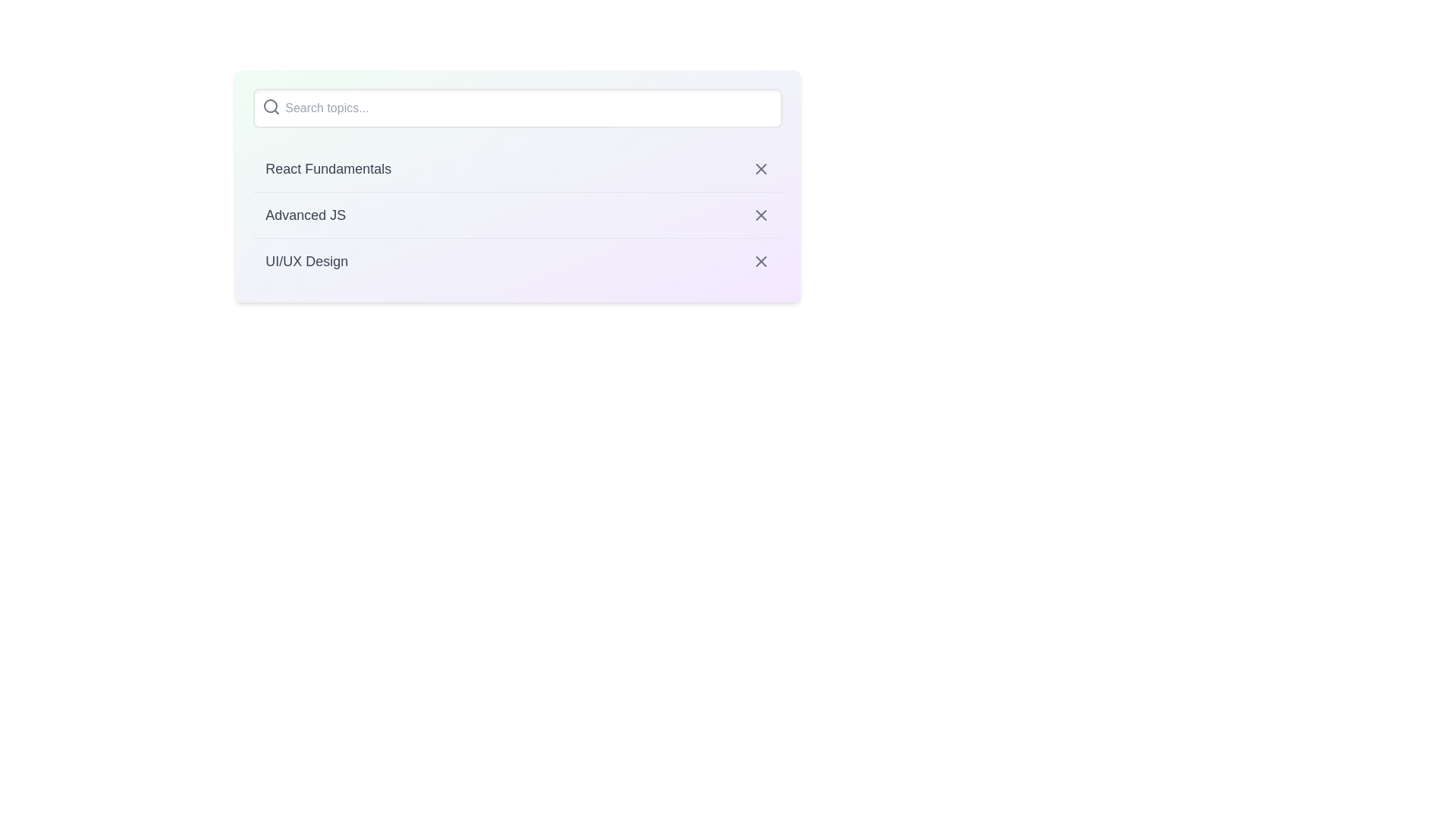 The image size is (1456, 819). Describe the element at coordinates (761, 260) in the screenshot. I see `close button of the item titled UI/UX Design to deselect it` at that location.